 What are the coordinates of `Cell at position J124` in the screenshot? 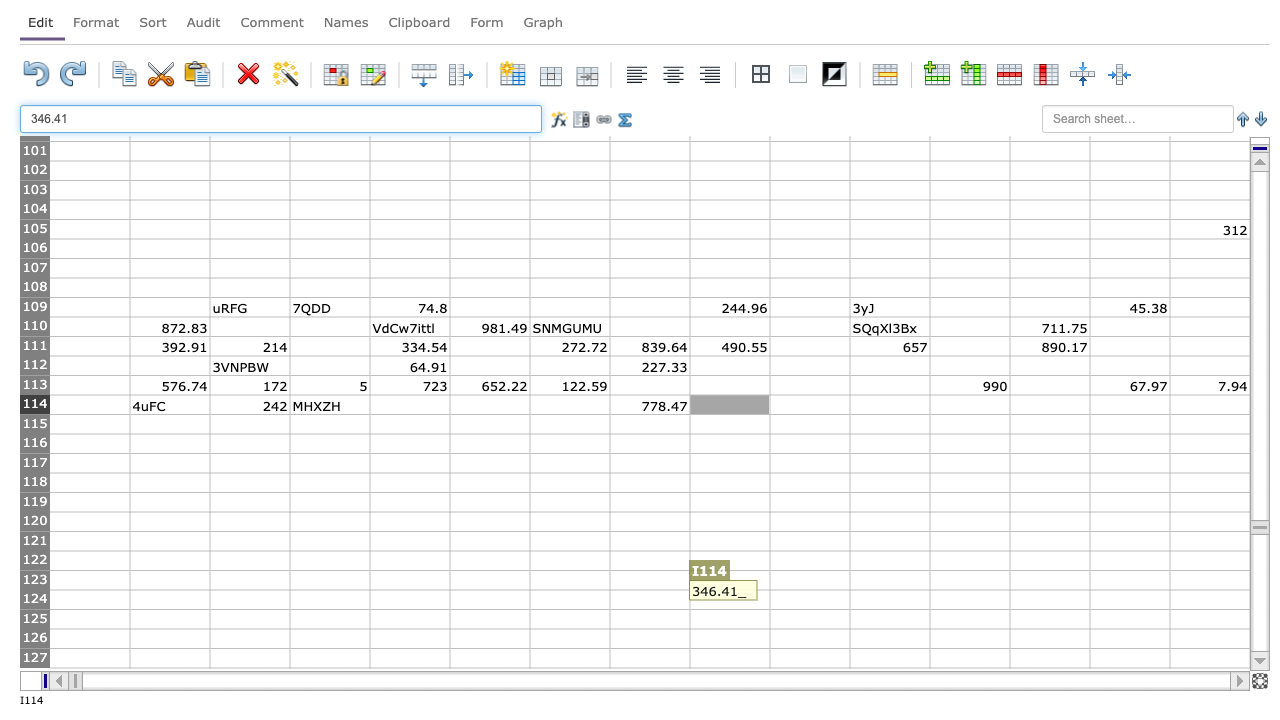 It's located at (809, 598).